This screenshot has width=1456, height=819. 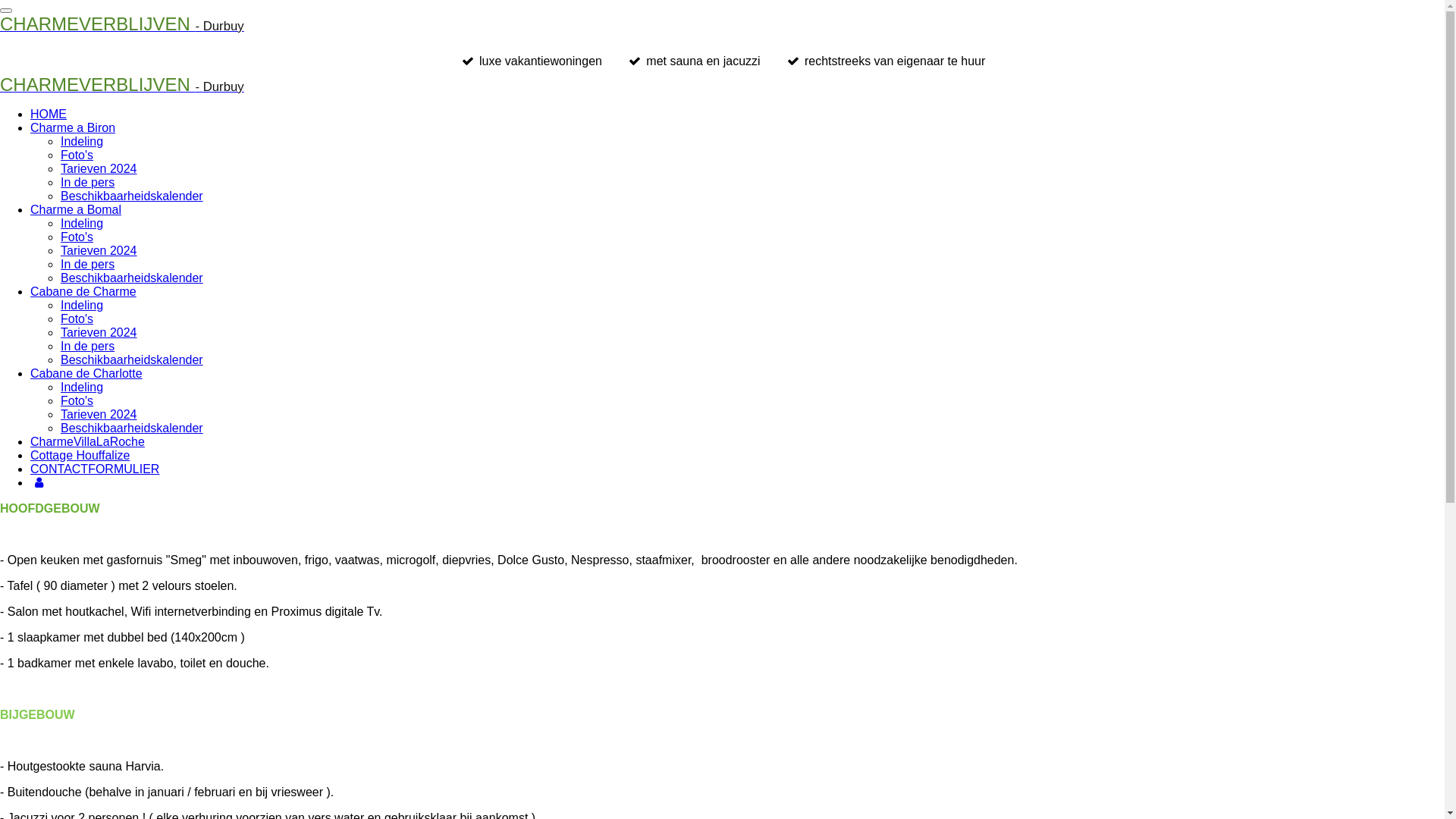 What do you see at coordinates (86, 263) in the screenshot?
I see `'In de pers'` at bounding box center [86, 263].